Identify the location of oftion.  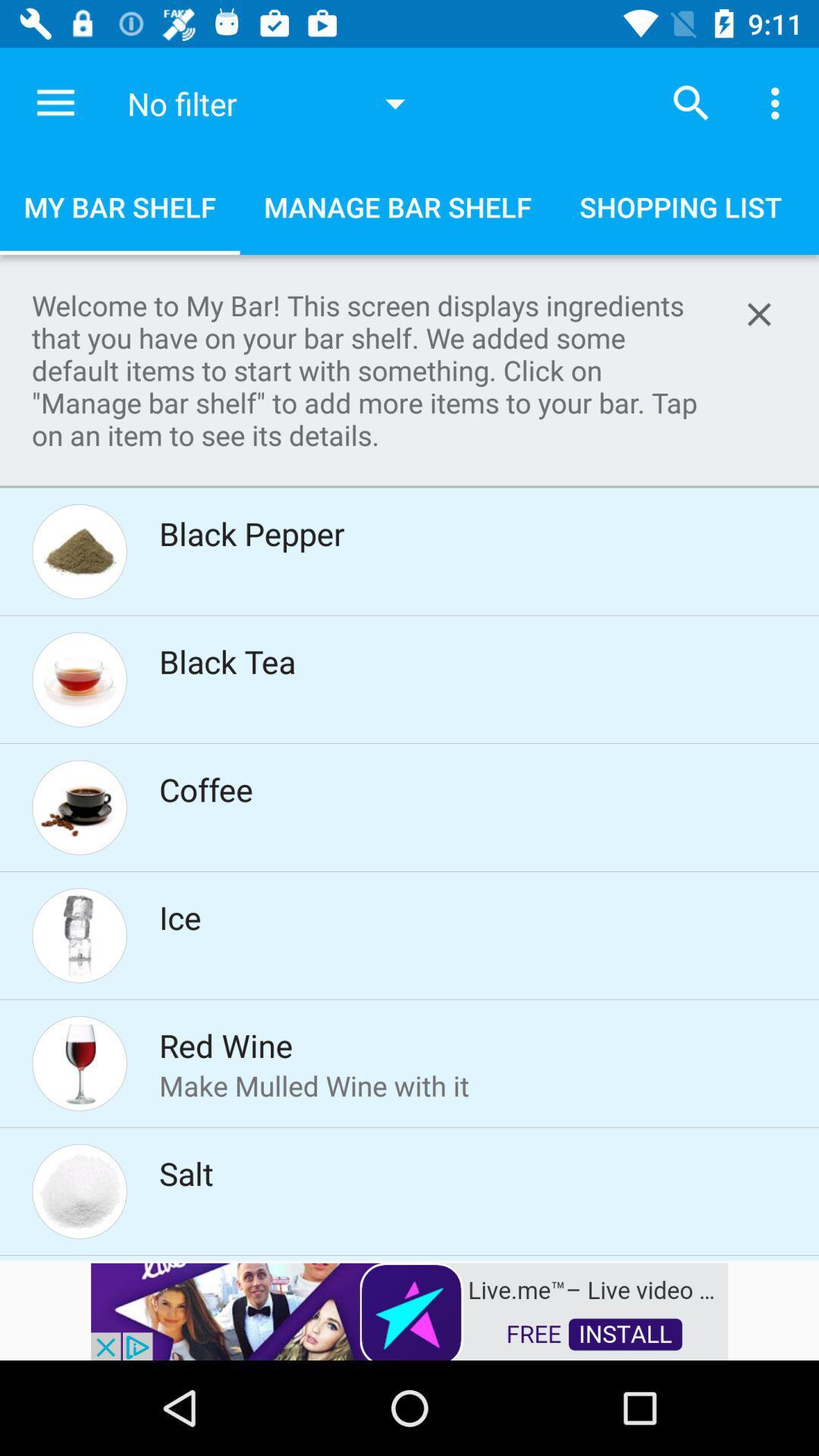
(759, 313).